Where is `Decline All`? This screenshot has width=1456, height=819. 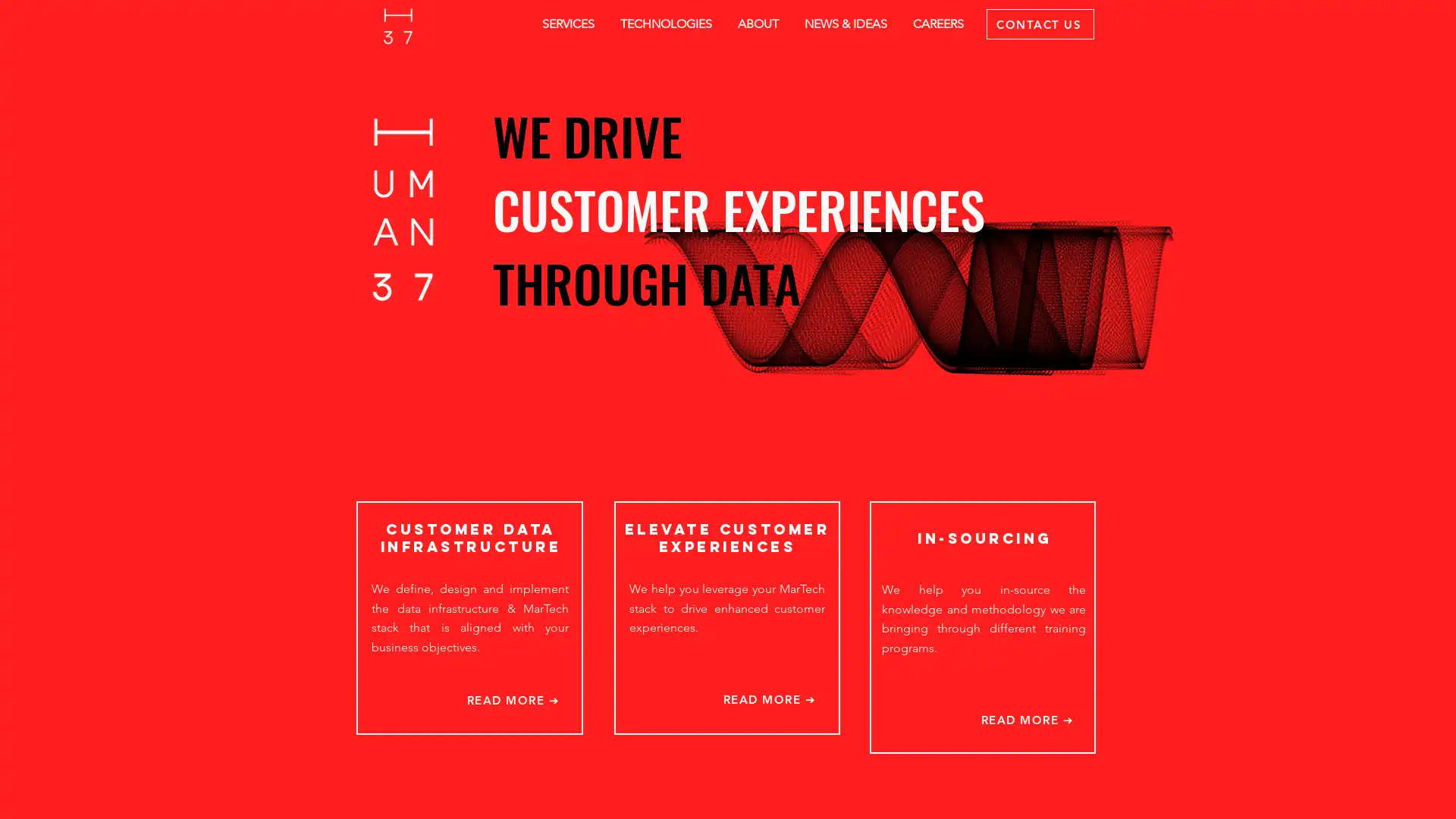
Decline All is located at coordinates (1305, 794).